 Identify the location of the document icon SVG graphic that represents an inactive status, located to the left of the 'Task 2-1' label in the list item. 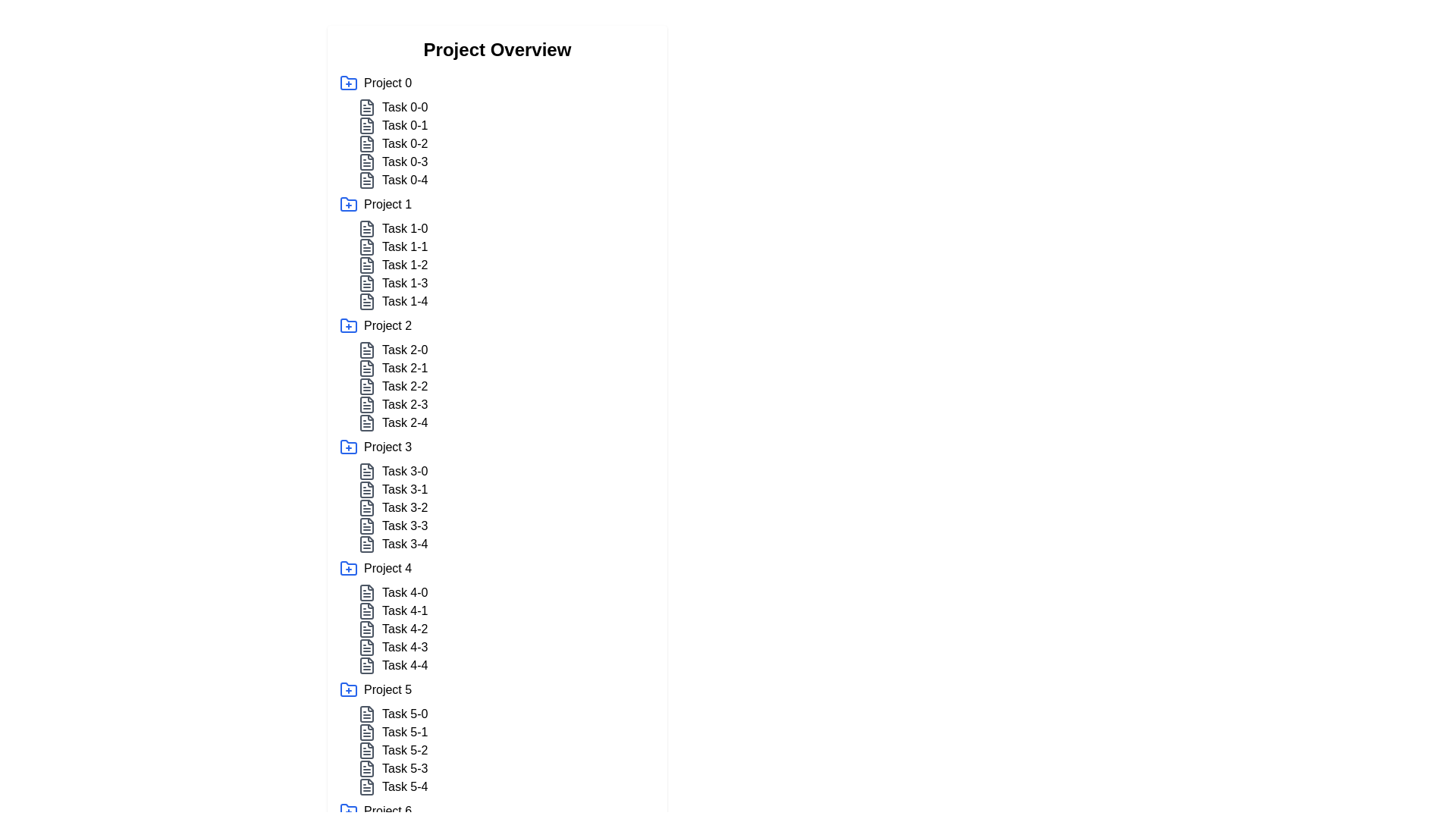
(367, 369).